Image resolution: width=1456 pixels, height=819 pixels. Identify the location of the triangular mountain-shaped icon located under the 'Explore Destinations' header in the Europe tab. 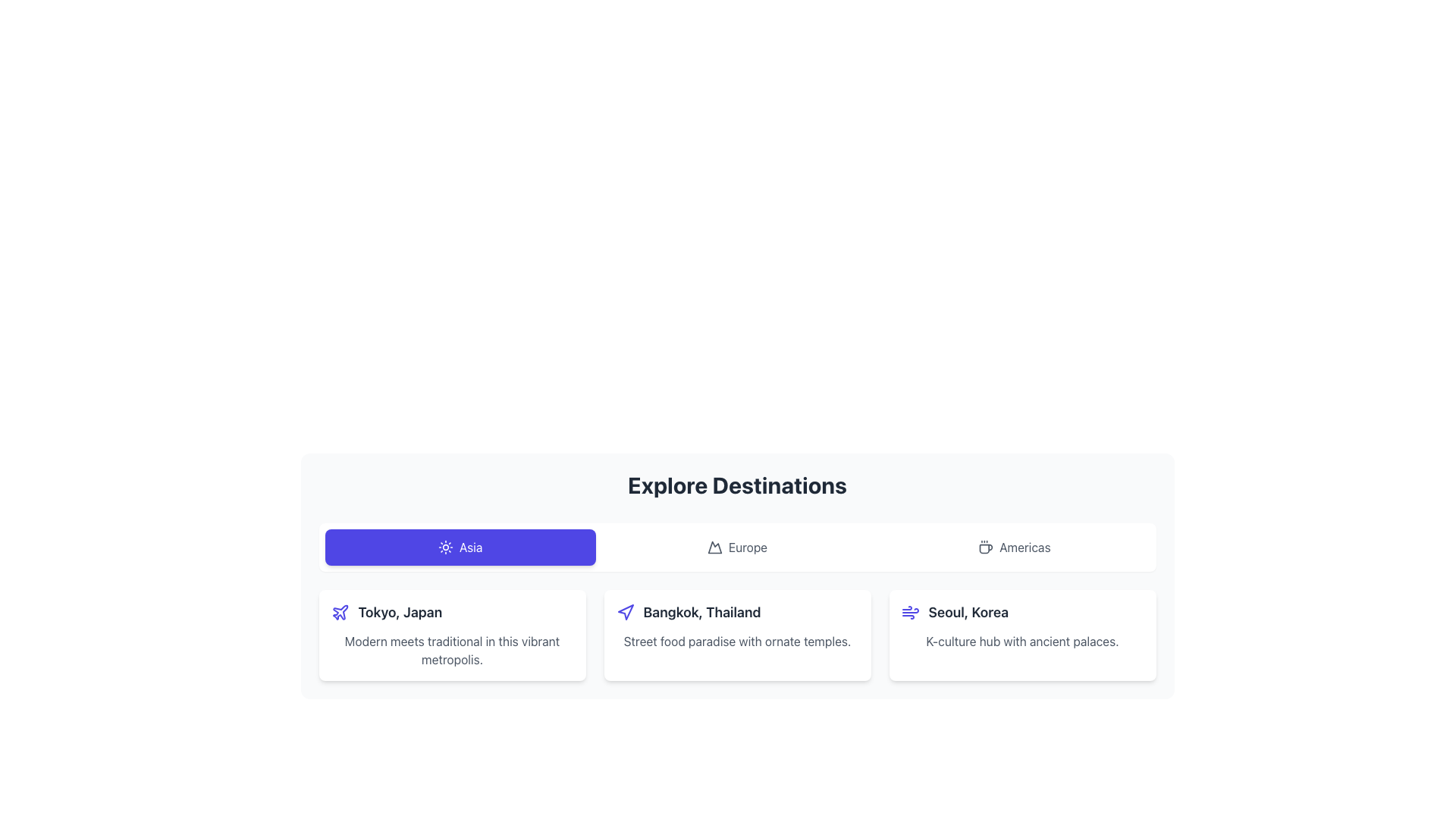
(714, 547).